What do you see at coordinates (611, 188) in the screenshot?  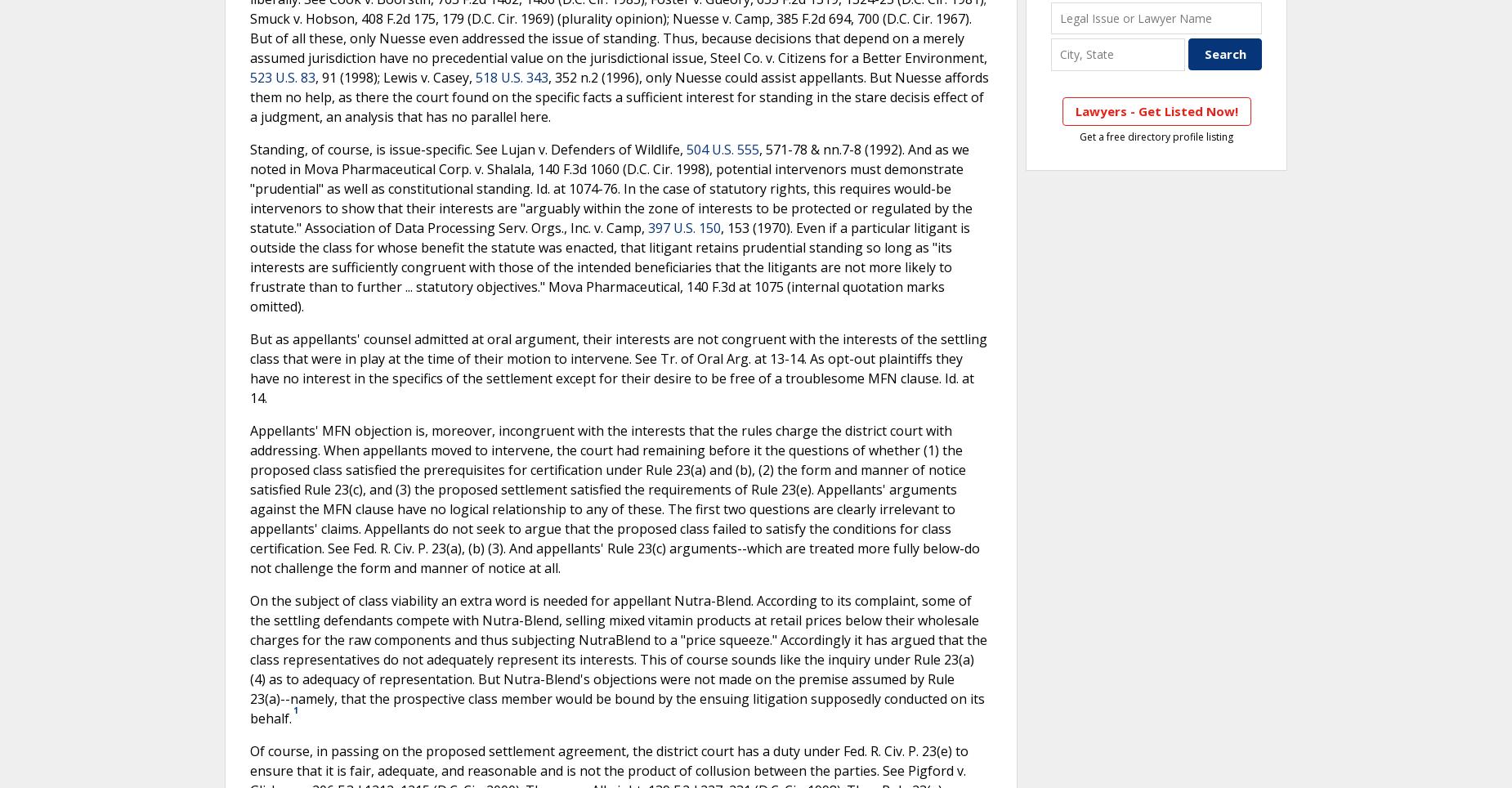 I see `', 571-78 & nn.7-8 (1992). And as we noted in Mova Pharmaceutical Corp. v. Shalala, 140 F.3d 1060 (D.C. Cir. 1998), potential intervenors must demonstrate "prudential" as well as constitutional standing. Id. at 1074-76. In the case of statutory rights, this requires would-be intervenors to show that their interests are "arguably within the zone of interests to be protected or regulated by the statute." Association of Data Processing Serv. Orgs., Inc. v. Camp,'` at bounding box center [611, 188].